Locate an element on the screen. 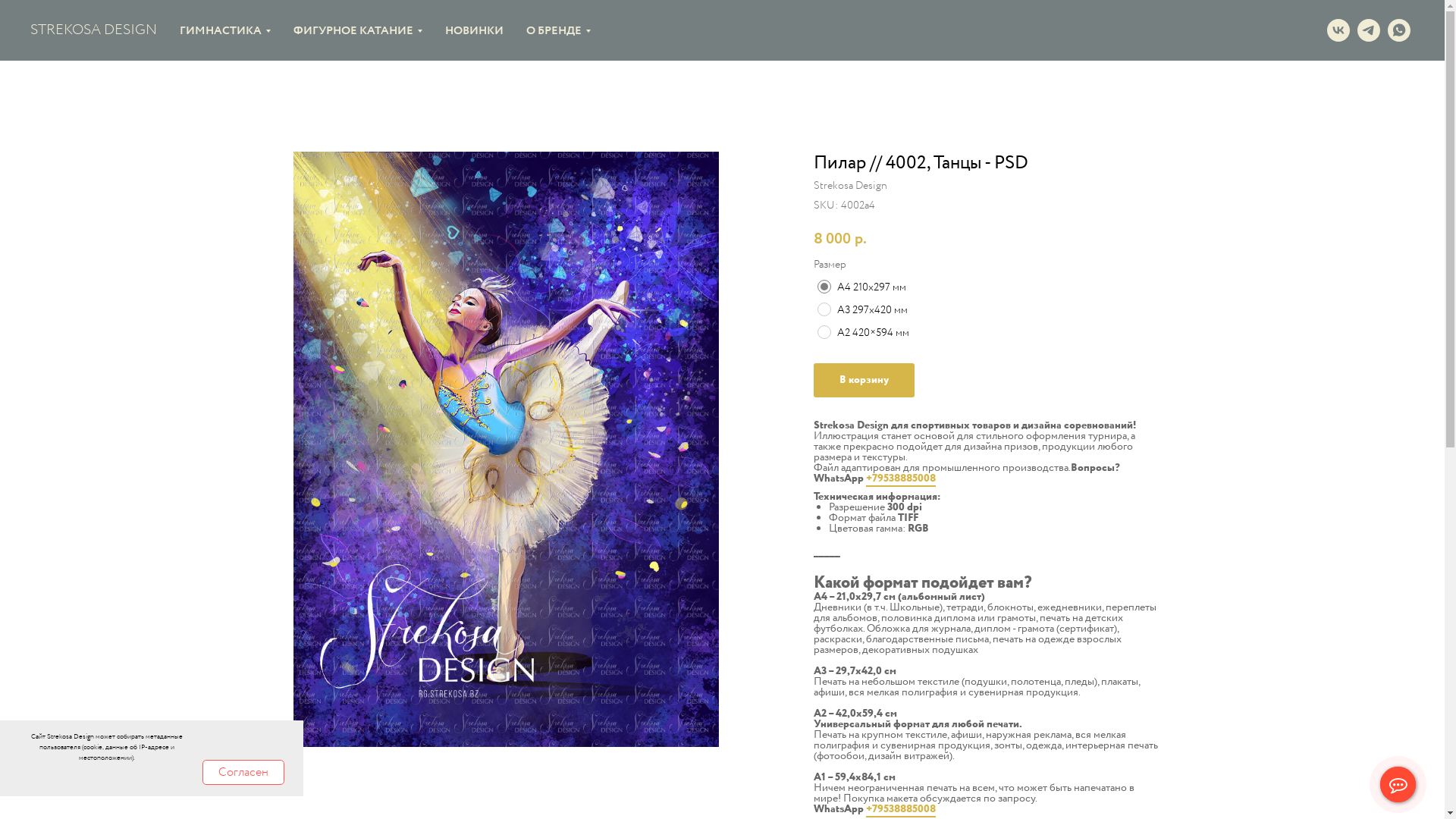  'STREKOSA DESIGN' is located at coordinates (30, 30).